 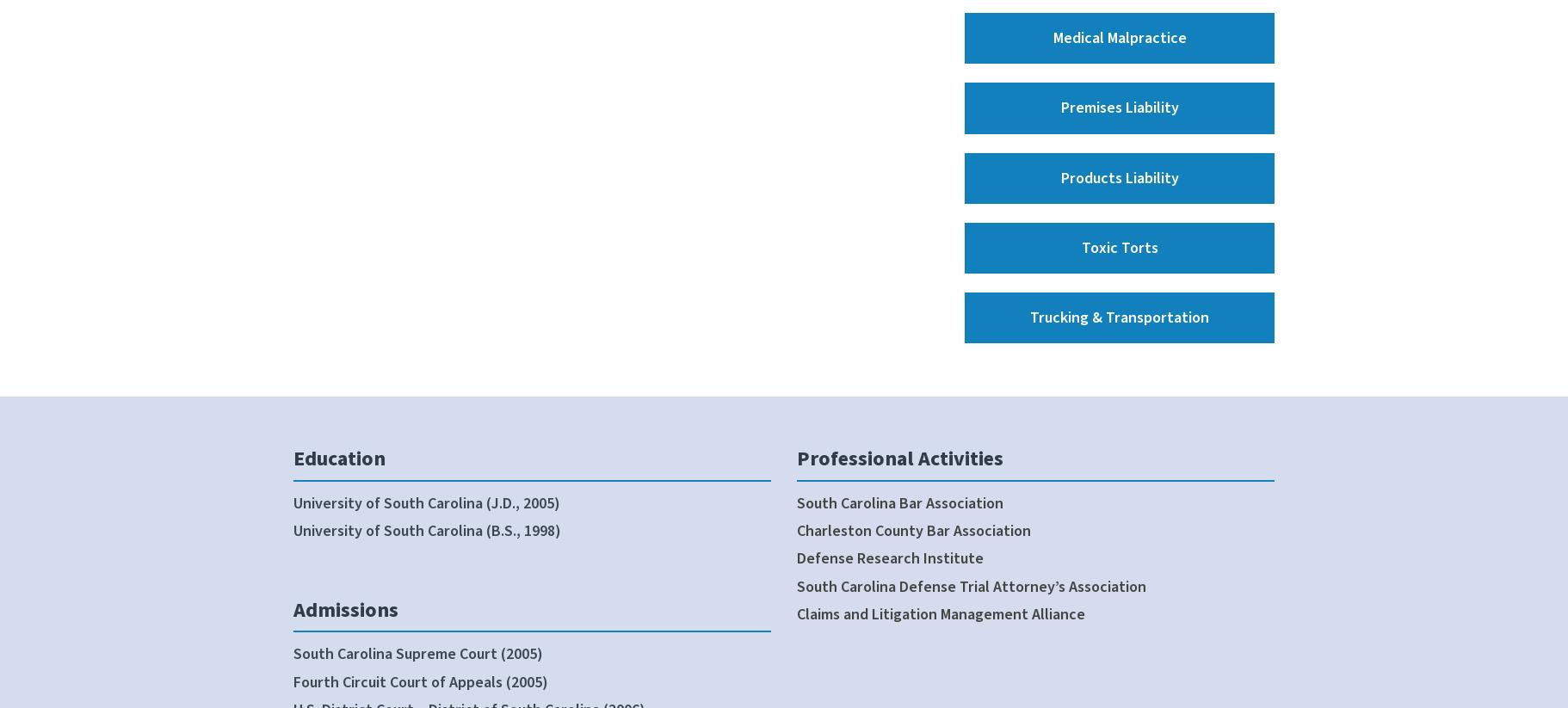 What do you see at coordinates (1118, 108) in the screenshot?
I see `'Premises Liability'` at bounding box center [1118, 108].